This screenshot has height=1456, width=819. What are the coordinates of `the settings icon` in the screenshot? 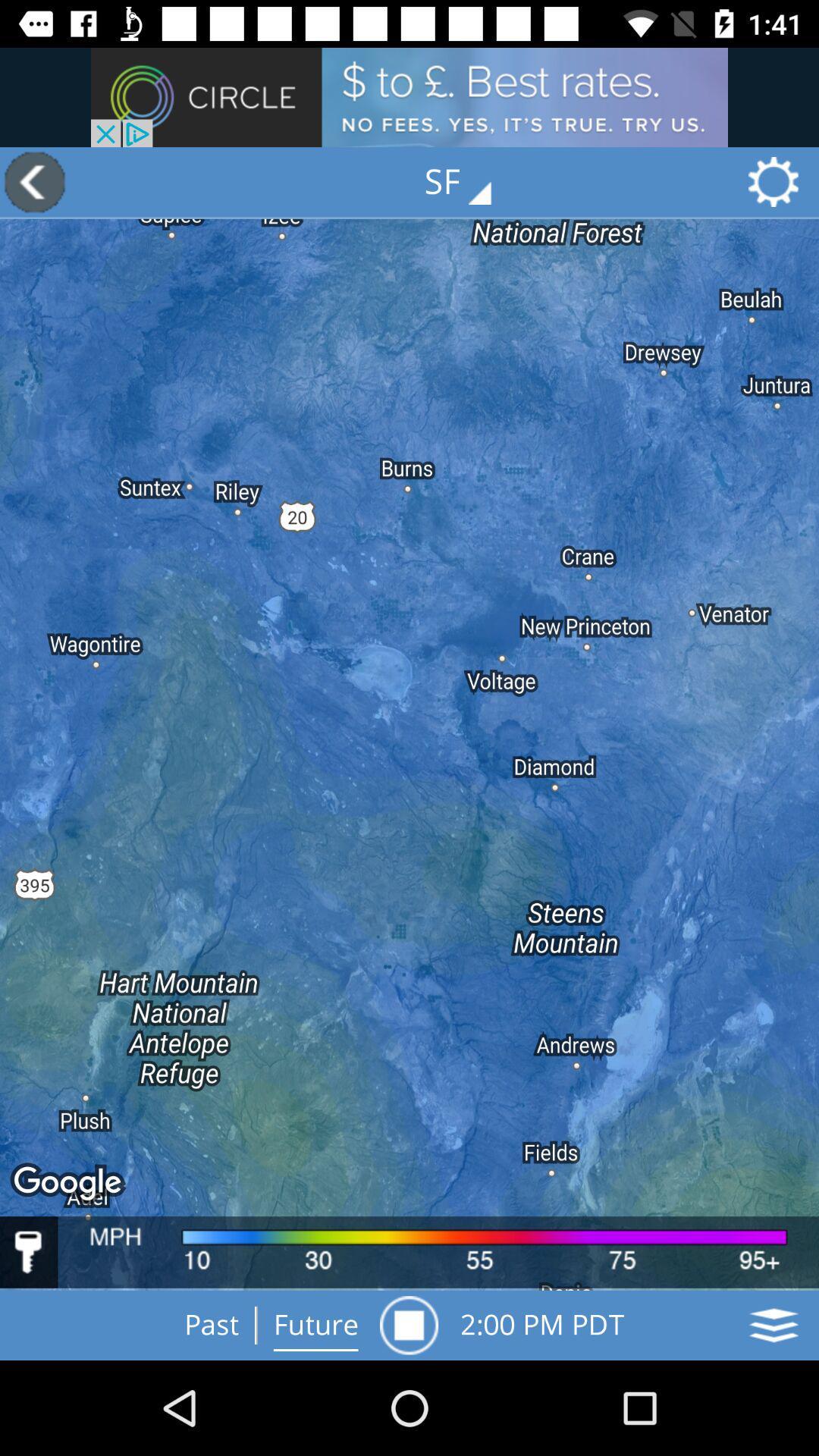 It's located at (778, 182).